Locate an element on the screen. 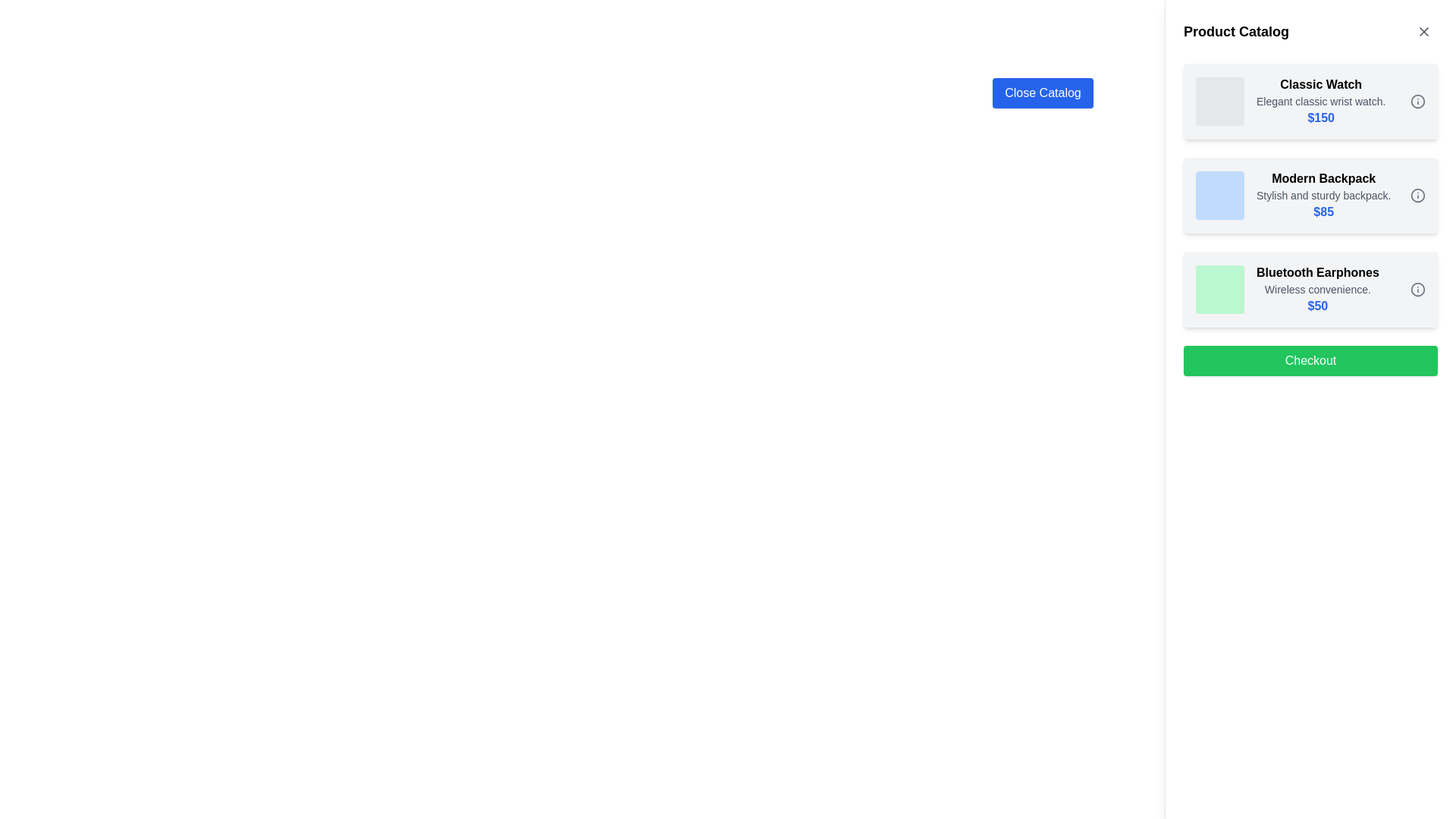 The height and width of the screenshot is (819, 1456). the info icon on the third product card for 'Bluetooth Earphones' in the 'Product Catalog' section is located at coordinates (1310, 289).